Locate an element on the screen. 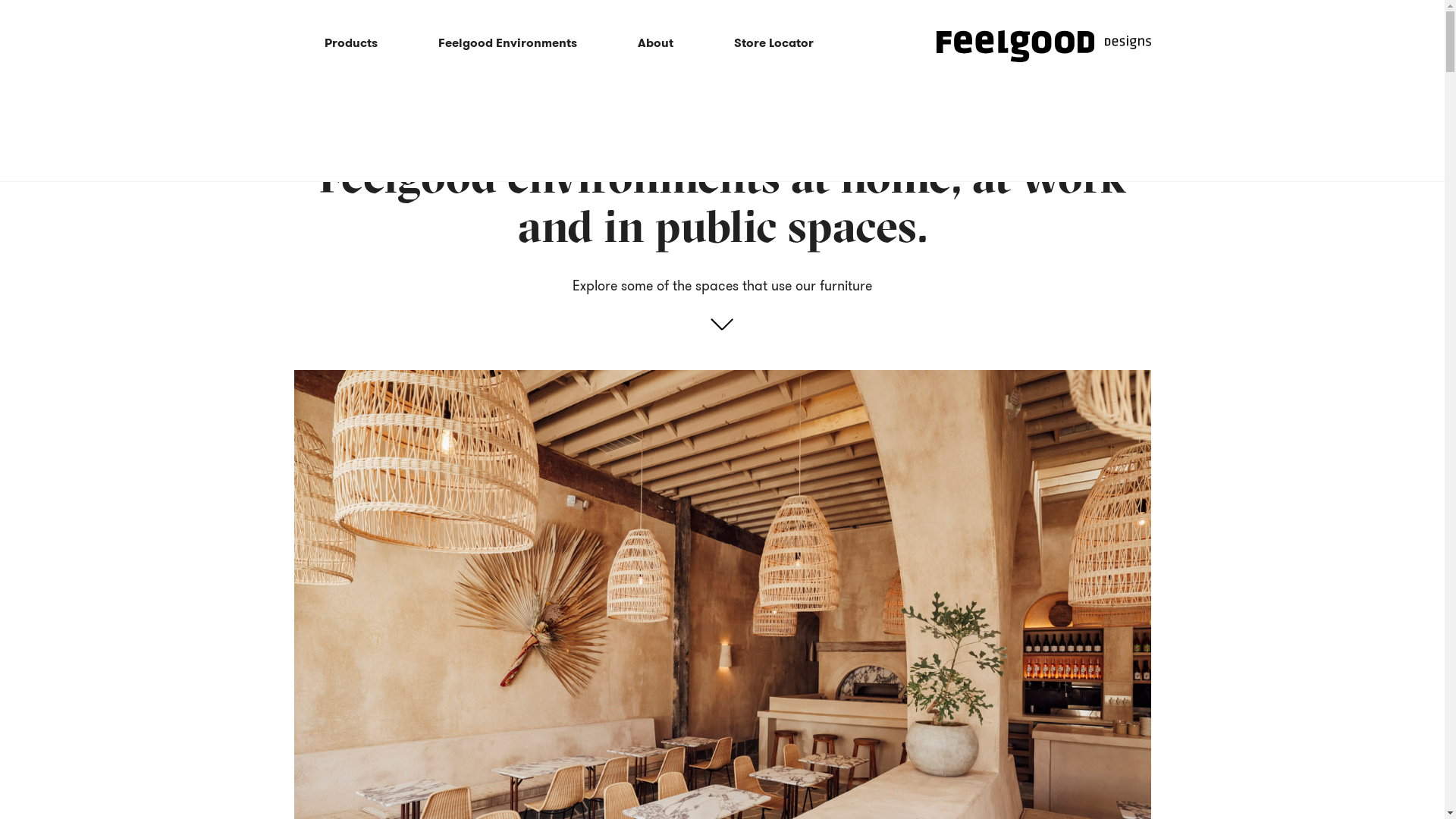  'Store Locator' is located at coordinates (773, 42).